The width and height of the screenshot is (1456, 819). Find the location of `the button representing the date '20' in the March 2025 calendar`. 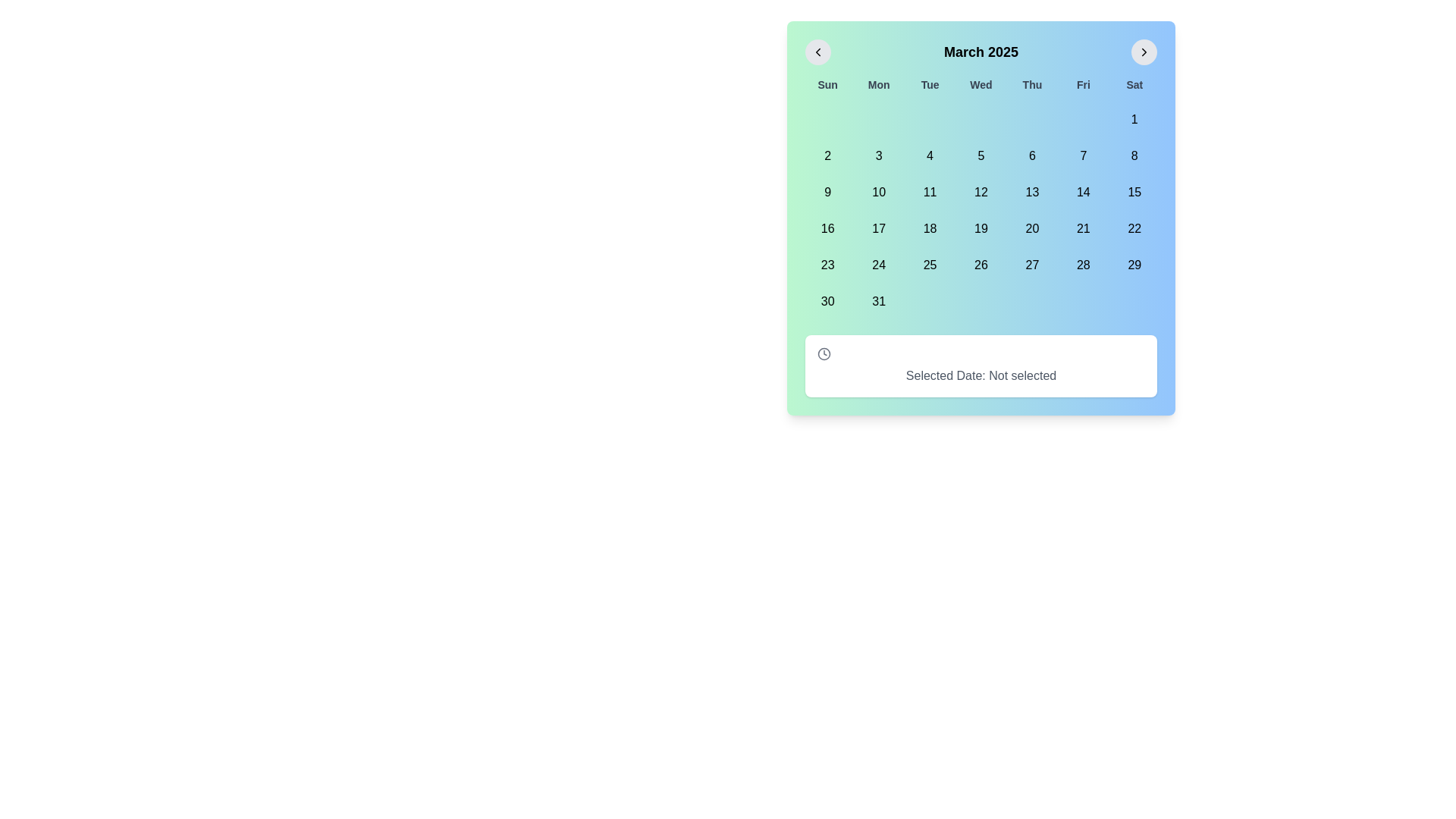

the button representing the date '20' in the March 2025 calendar is located at coordinates (1031, 228).